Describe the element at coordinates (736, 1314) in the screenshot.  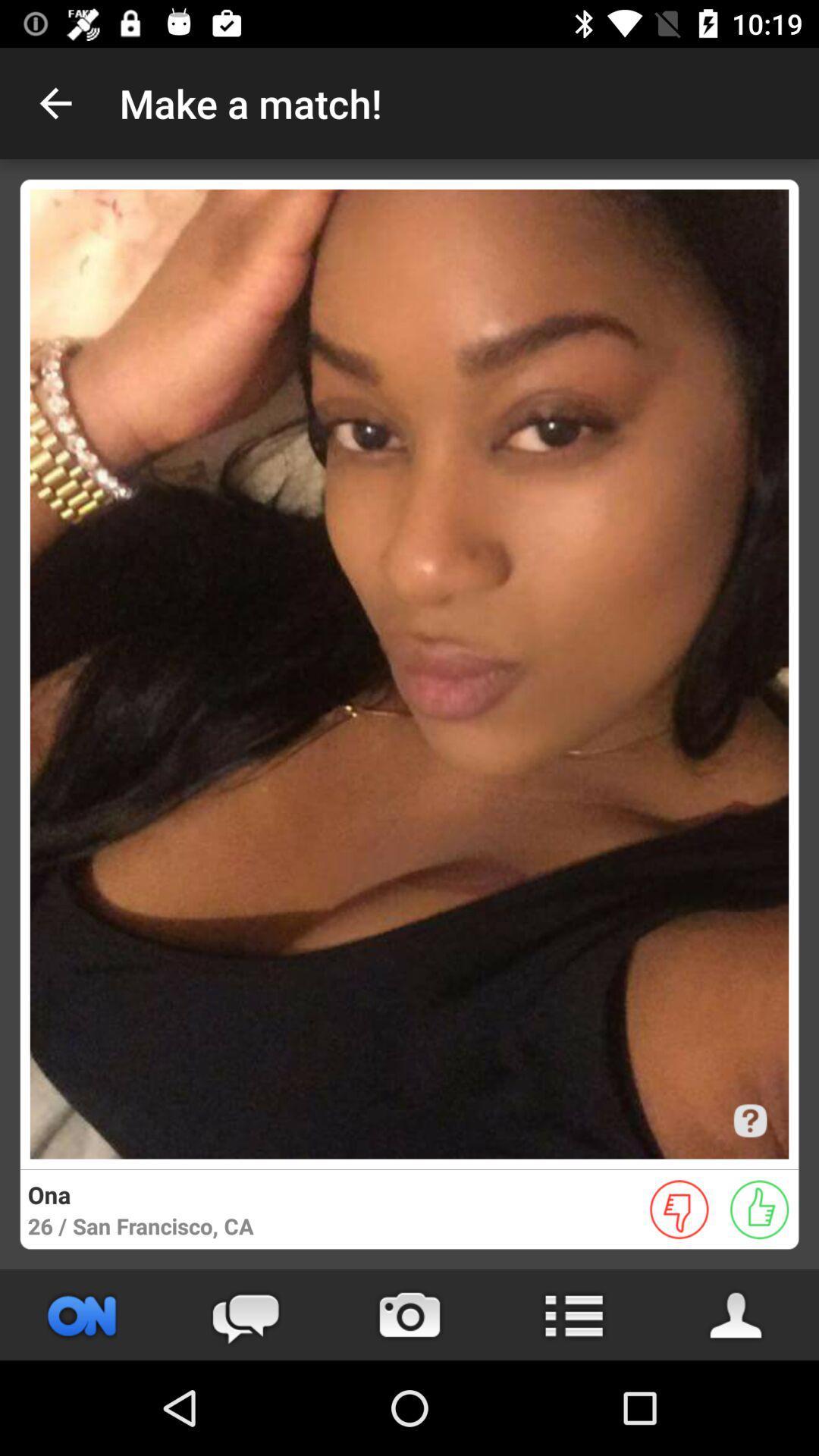
I see `the avatar icon` at that location.